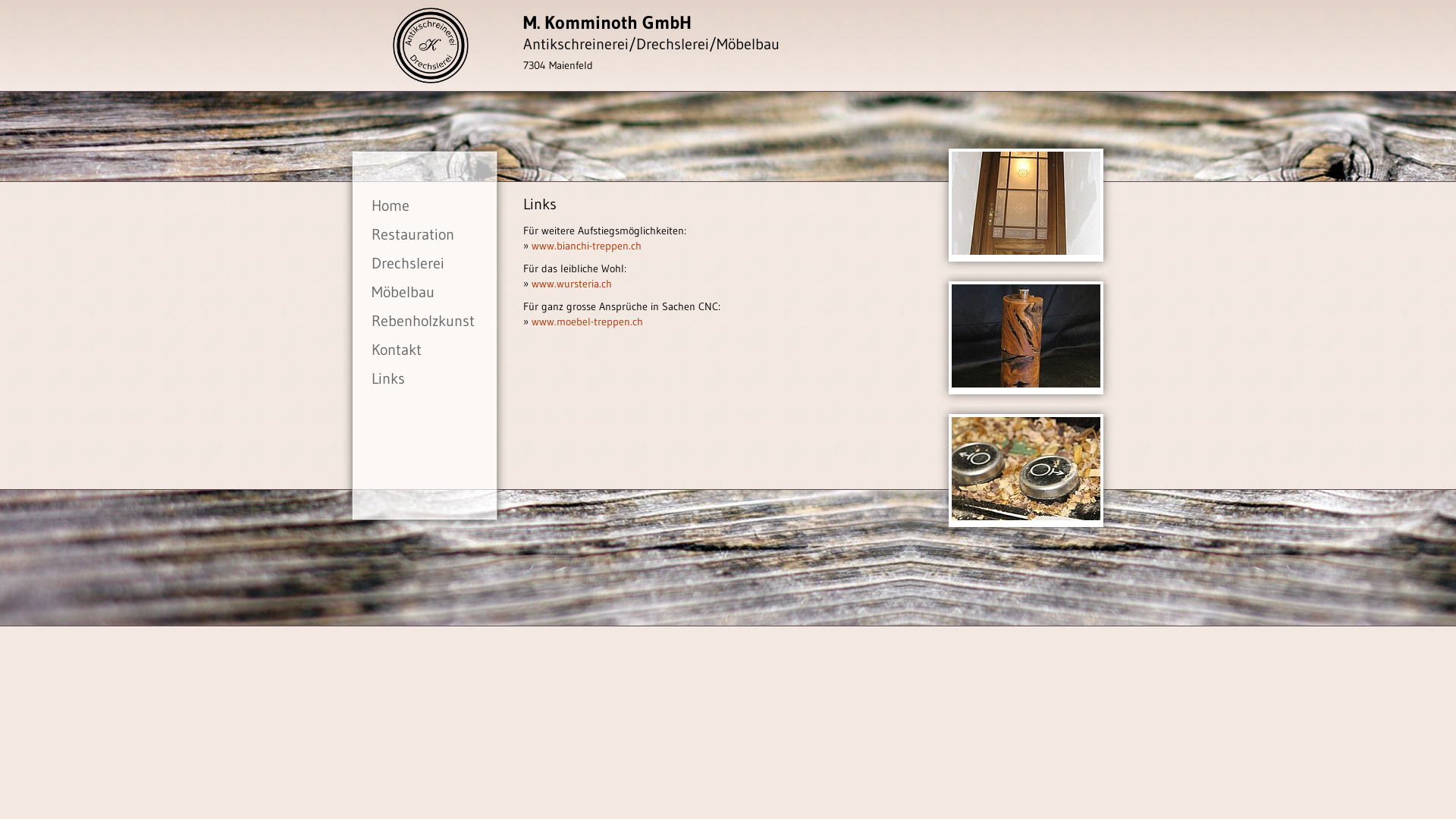  I want to click on 'Rebenholzkunst', so click(425, 320).